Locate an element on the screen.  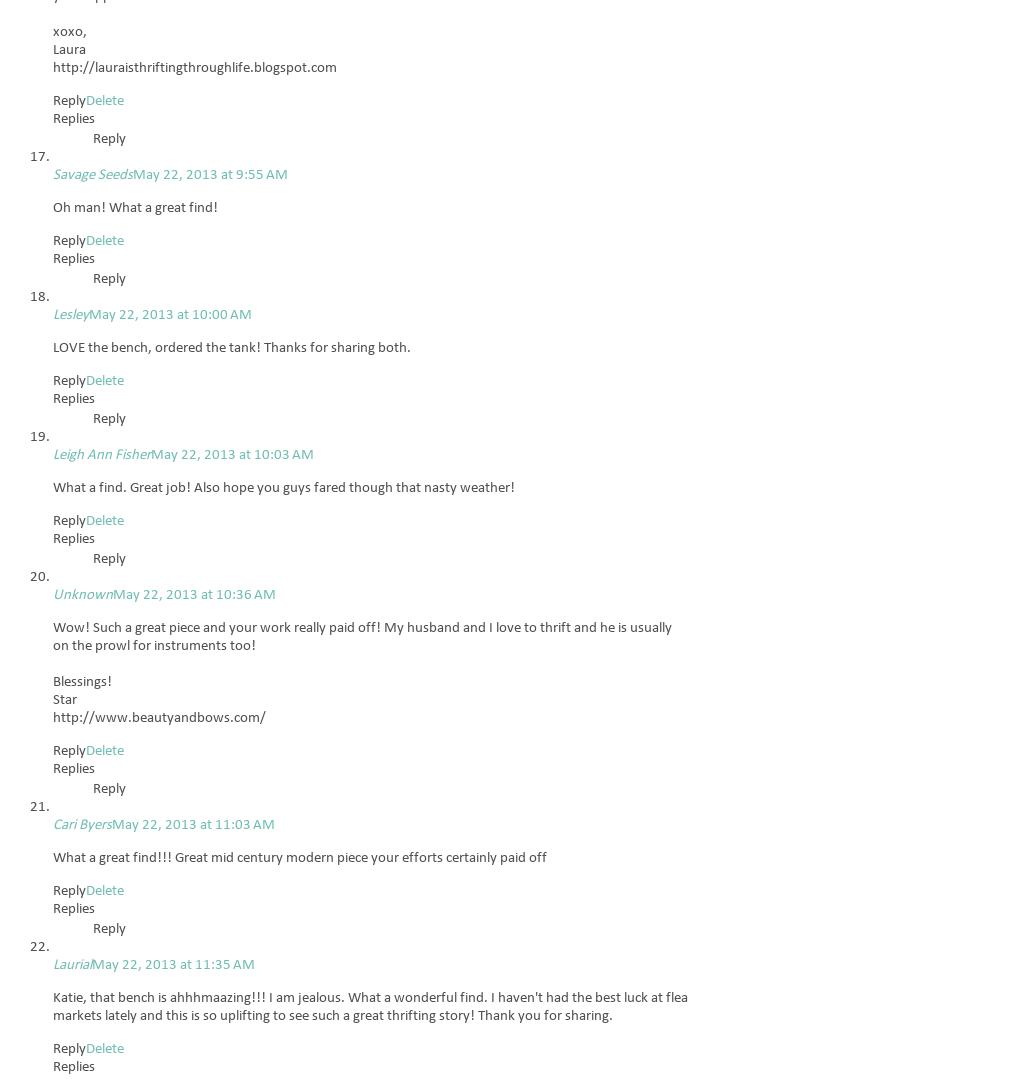
'Laurial' is located at coordinates (71, 964).